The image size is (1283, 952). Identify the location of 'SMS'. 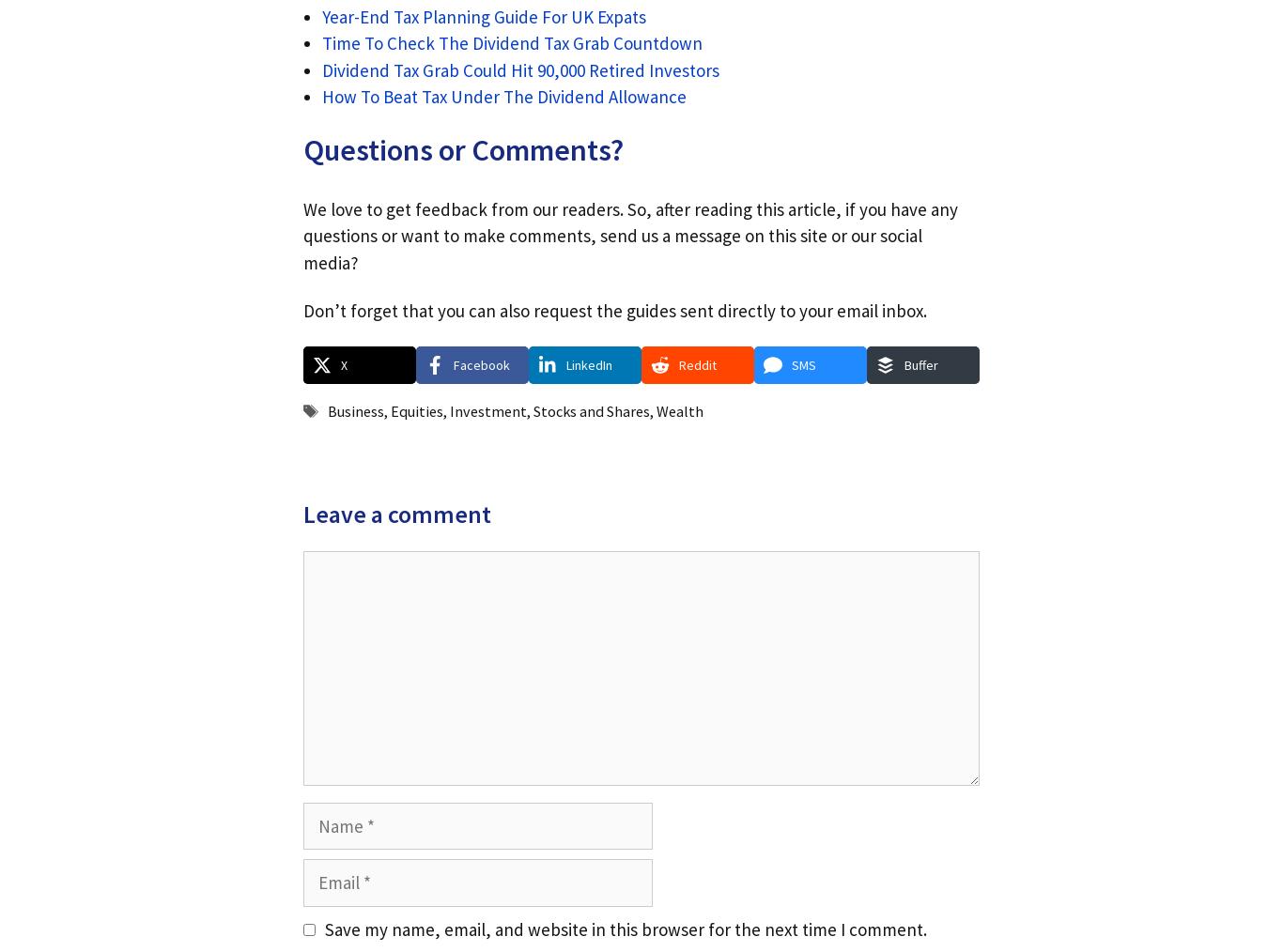
(802, 362).